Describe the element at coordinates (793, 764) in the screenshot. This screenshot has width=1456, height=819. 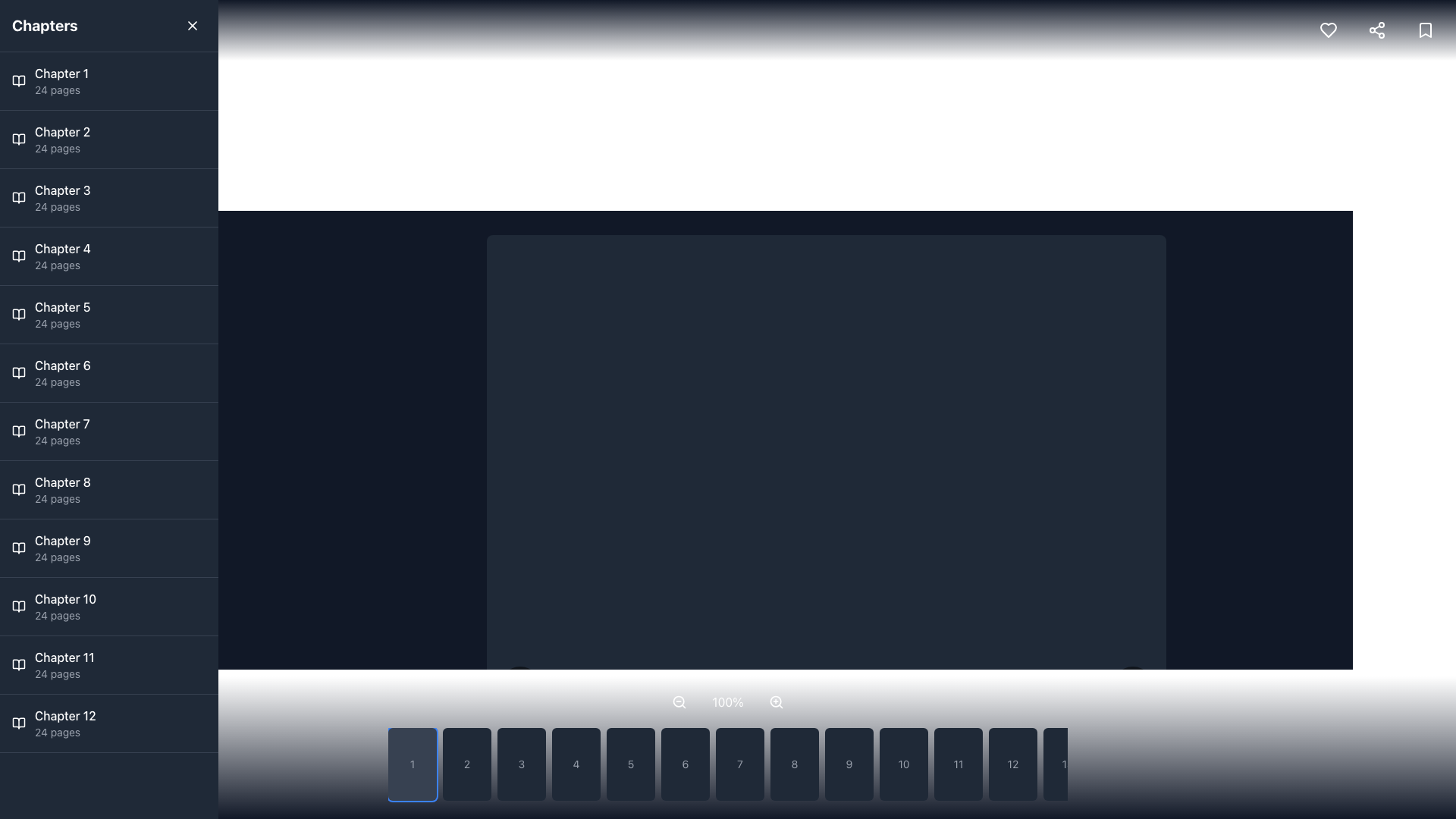
I see `the button representing the number 8, which is the eighth element in a horizontal list of numeric options, located towards the bottom of the interface` at that location.